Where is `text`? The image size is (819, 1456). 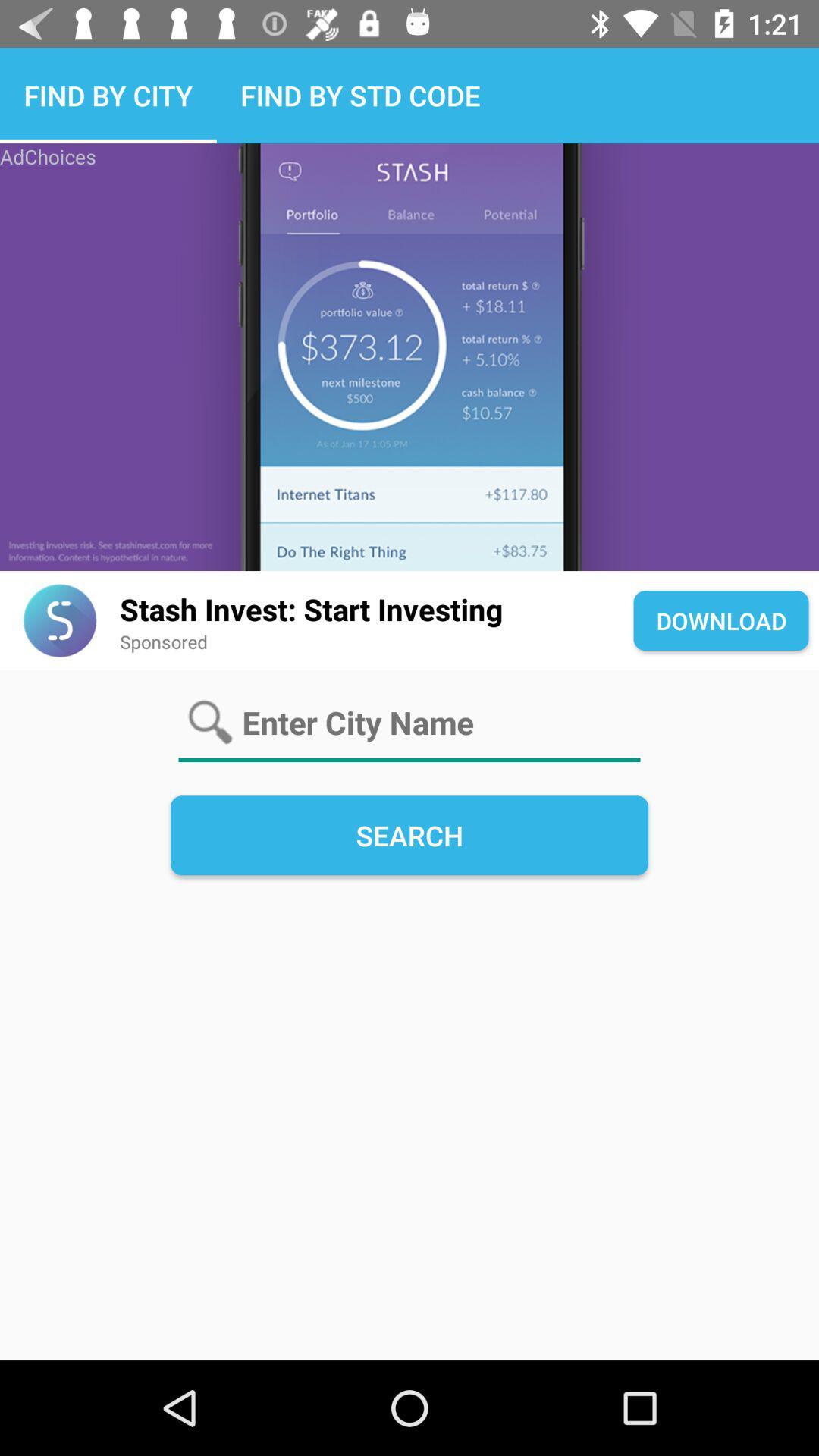
text is located at coordinates (409, 722).